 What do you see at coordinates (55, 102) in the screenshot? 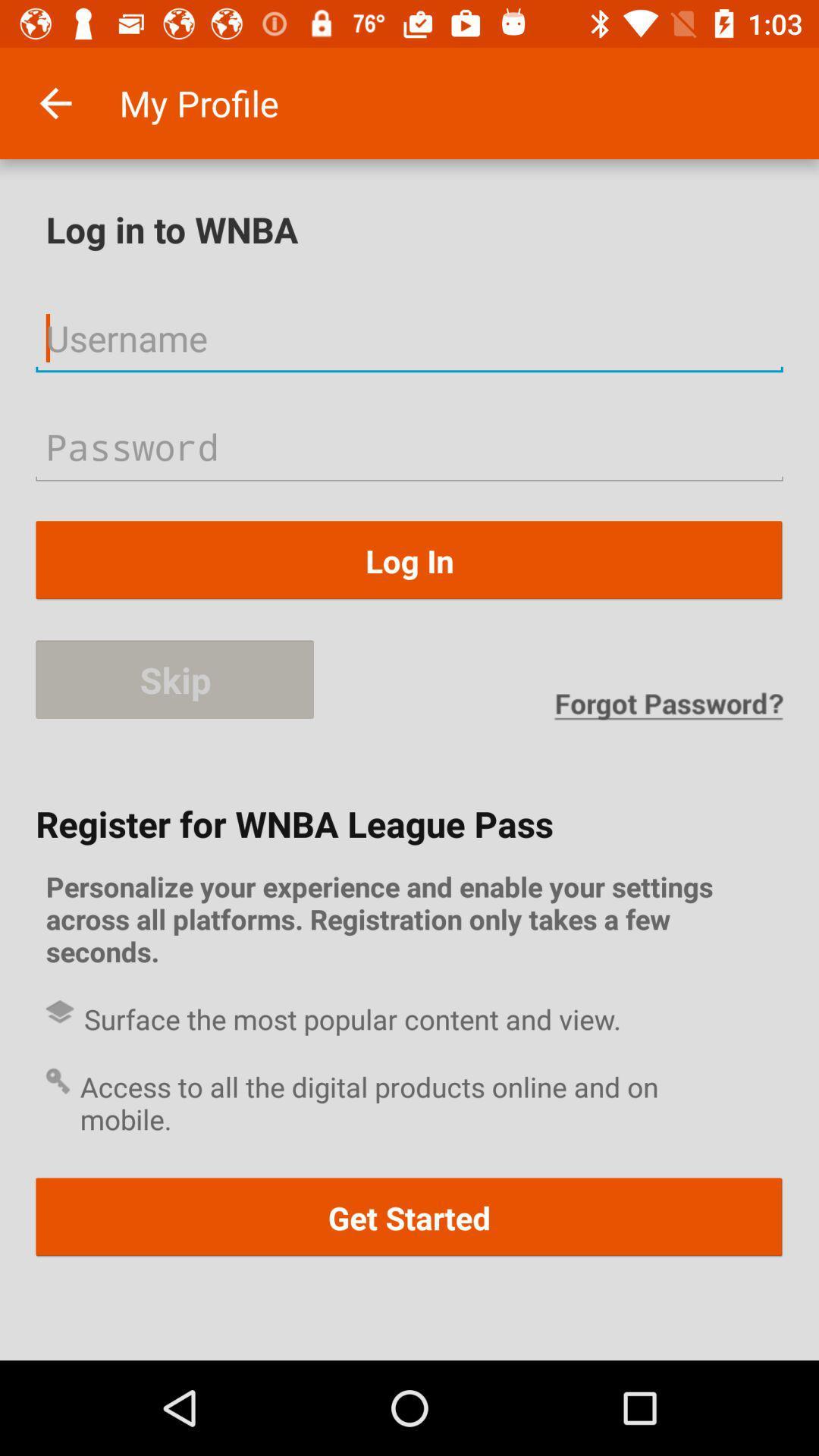
I see `the icon above log in to item` at bounding box center [55, 102].